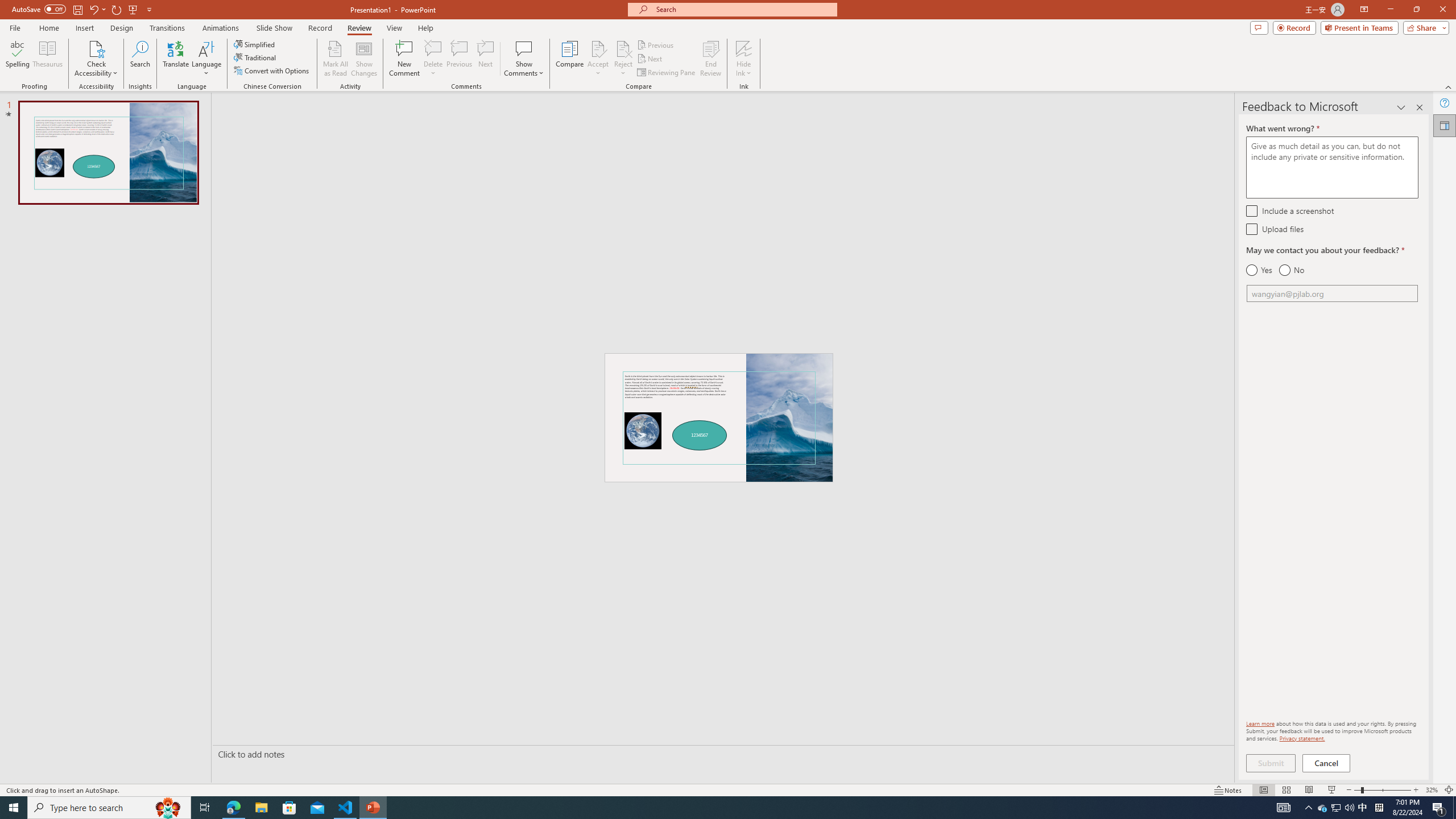 The height and width of the screenshot is (819, 1456). I want to click on 'Yes', so click(1259, 270).